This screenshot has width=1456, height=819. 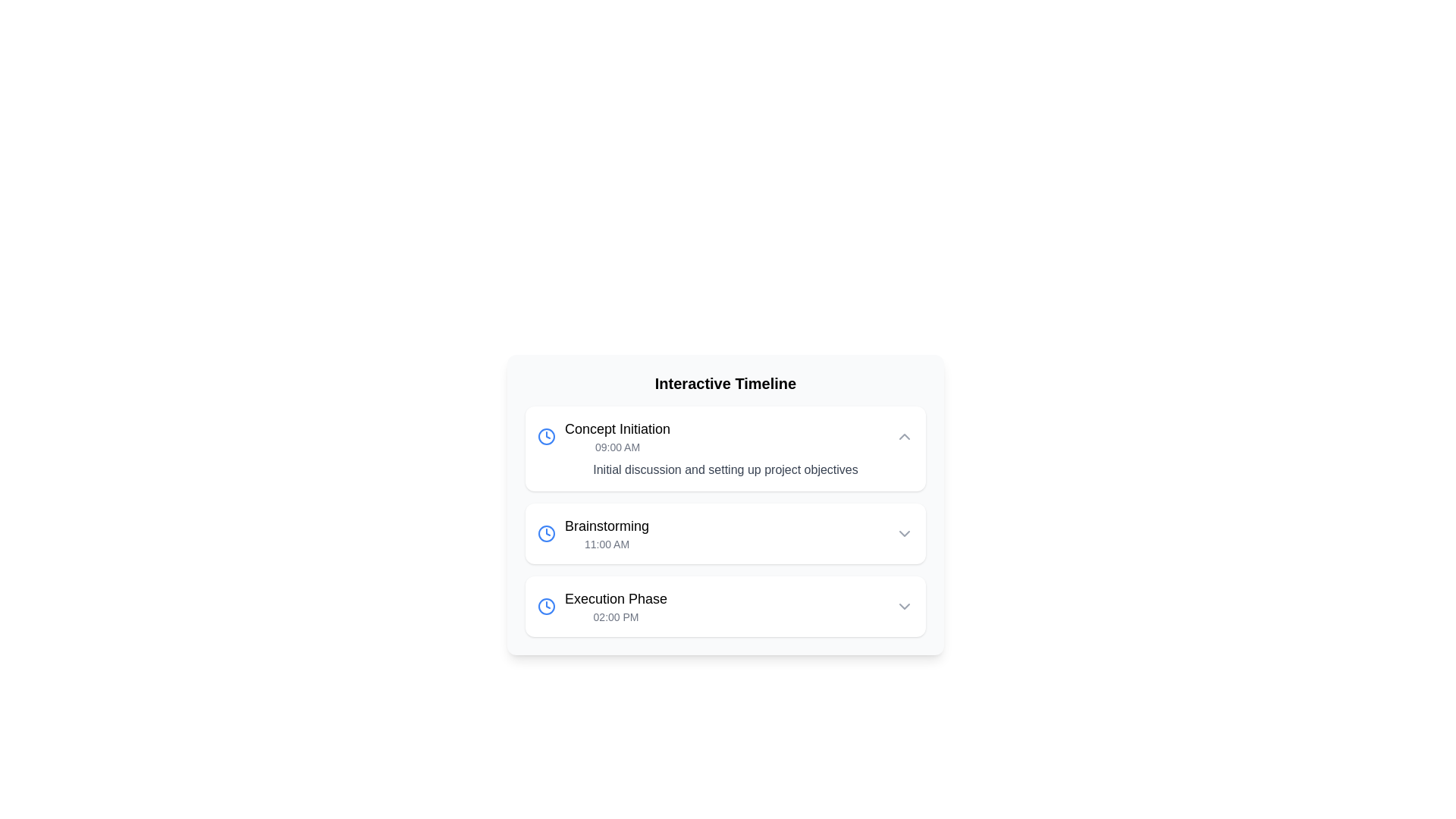 What do you see at coordinates (616, 617) in the screenshot?
I see `the text label displaying '02:00 PM' located underneath the heading 'Execution Phase' in the interactive timeline interface` at bounding box center [616, 617].